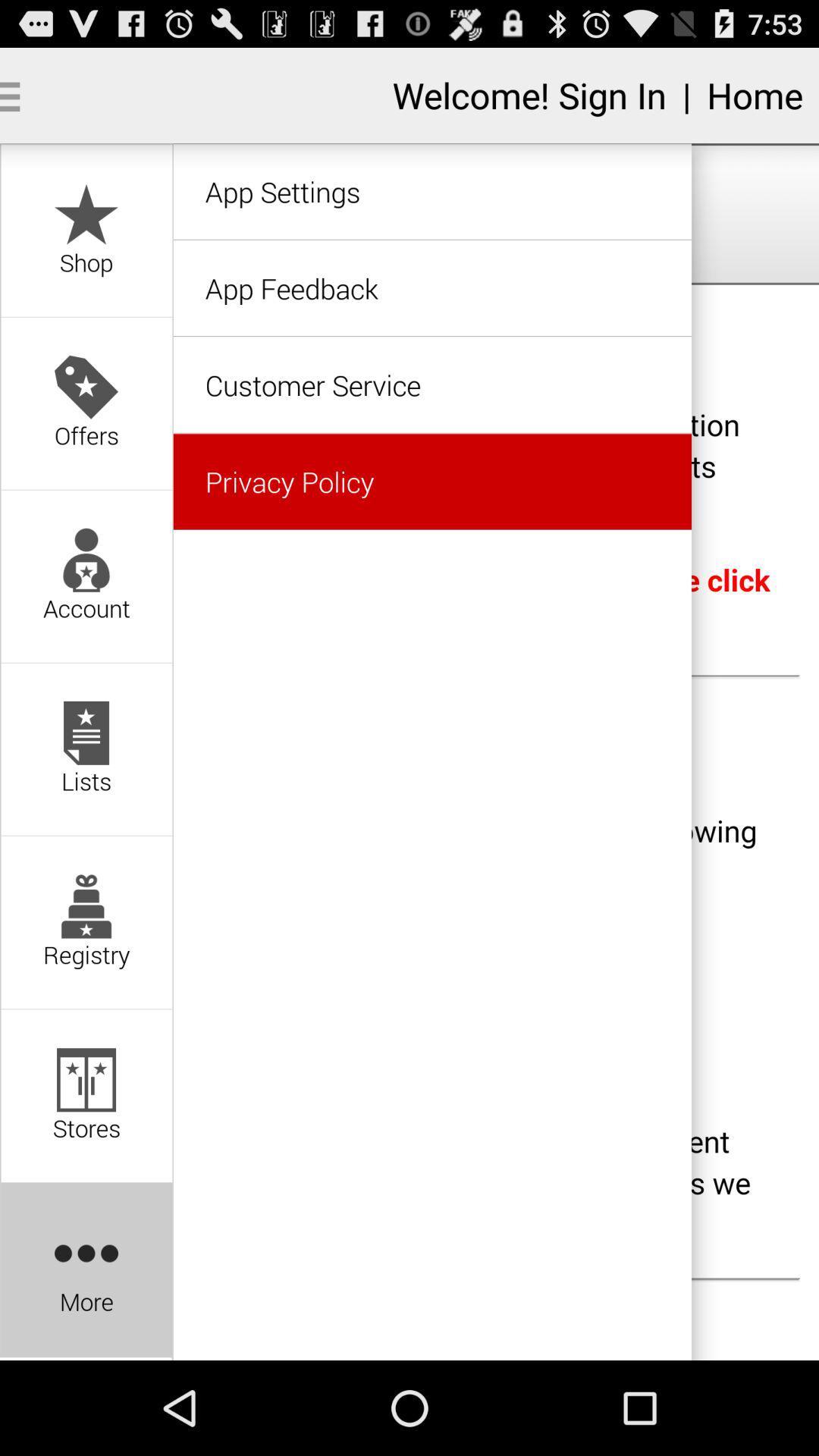 The width and height of the screenshot is (819, 1456). What do you see at coordinates (86, 230) in the screenshot?
I see `option above offers` at bounding box center [86, 230].